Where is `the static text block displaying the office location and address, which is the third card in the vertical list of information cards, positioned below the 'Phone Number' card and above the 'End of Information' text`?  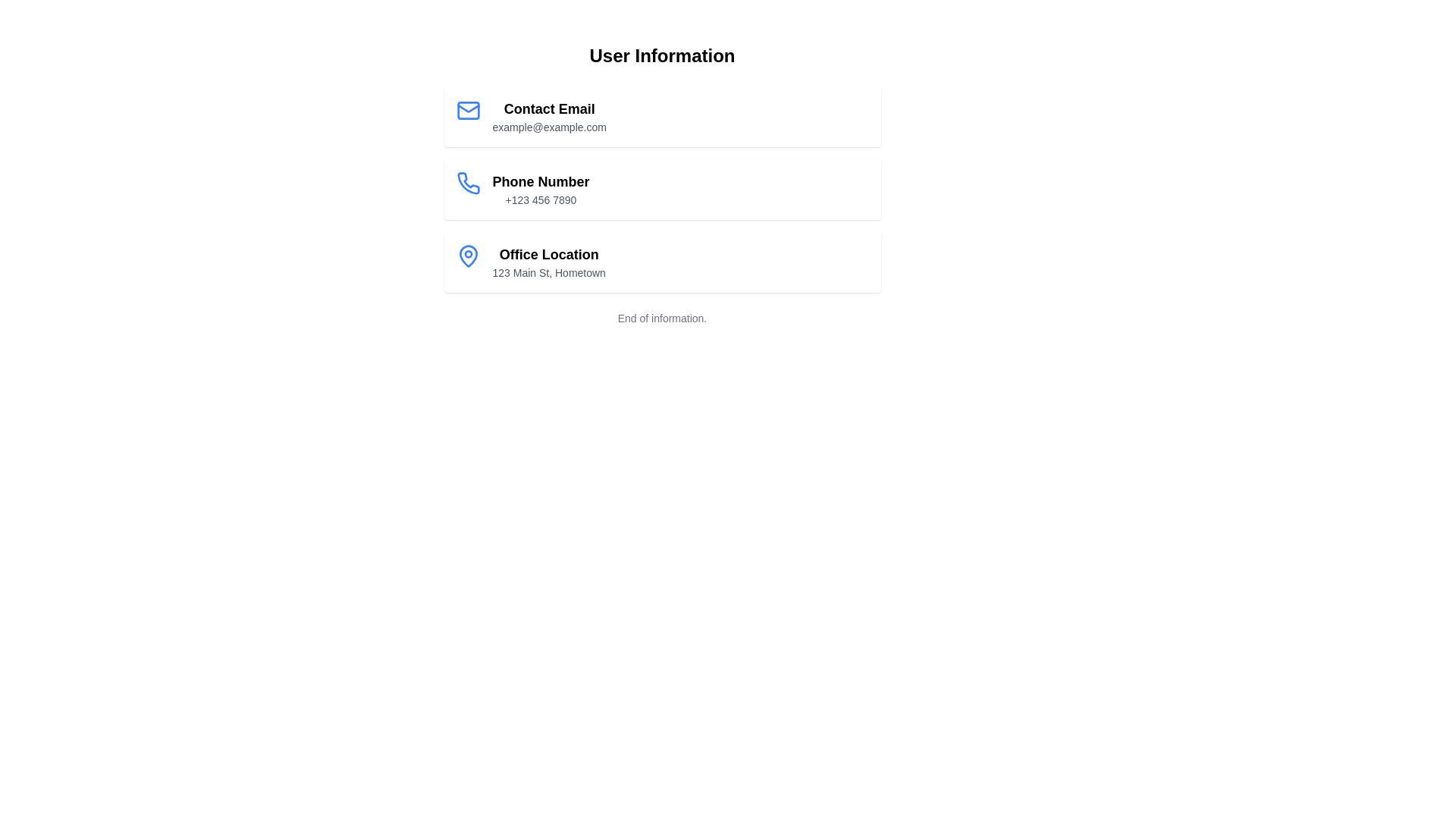 the static text block displaying the office location and address, which is the third card in the vertical list of information cards, positioned below the 'Phone Number' card and above the 'End of Information' text is located at coordinates (548, 262).